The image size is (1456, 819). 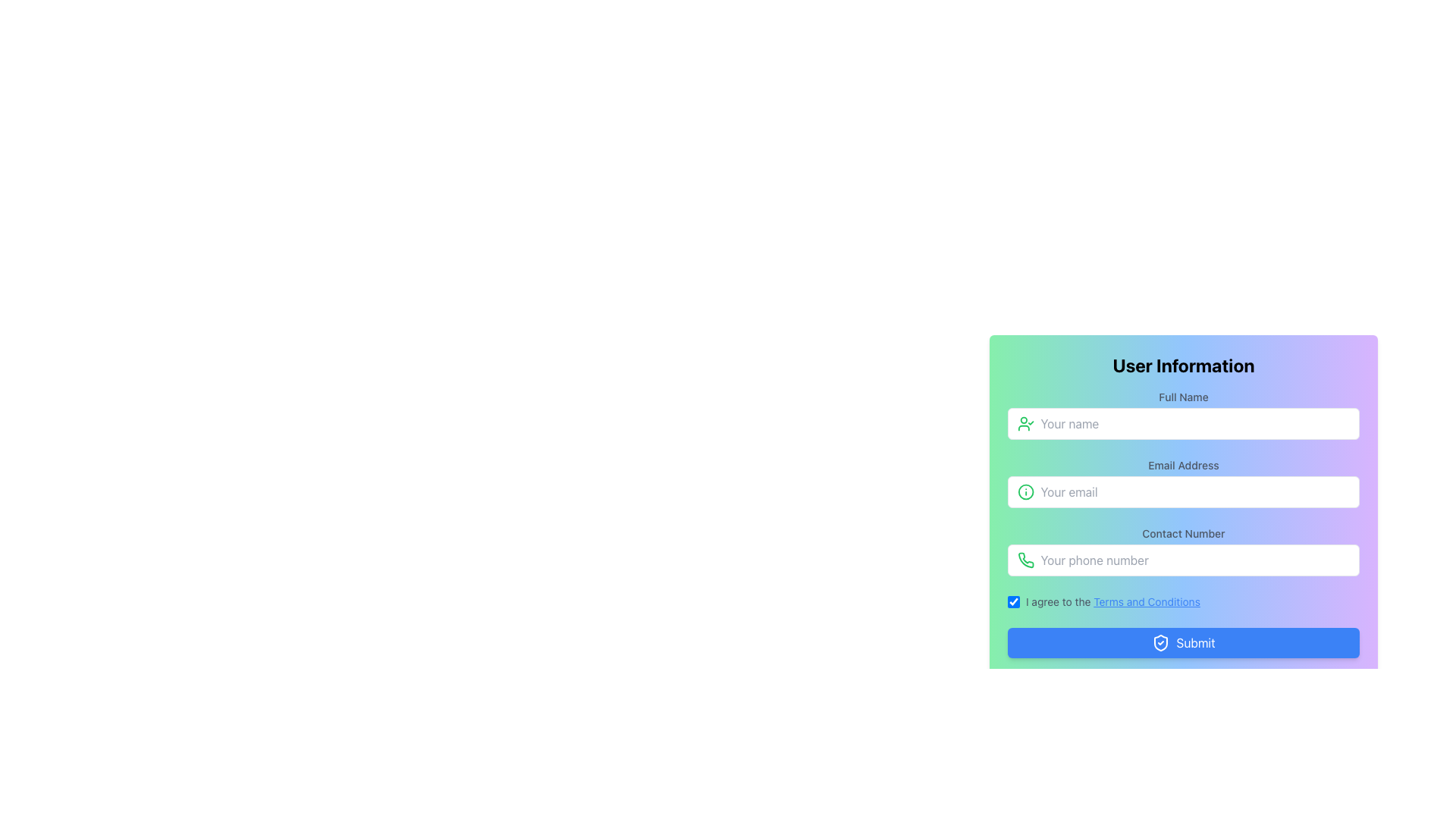 What do you see at coordinates (1026, 424) in the screenshot?
I see `the user icon with a checkmark, styled in green, located at the beginning of the input field group for 'Your name' in the 'Full Name' section` at bounding box center [1026, 424].